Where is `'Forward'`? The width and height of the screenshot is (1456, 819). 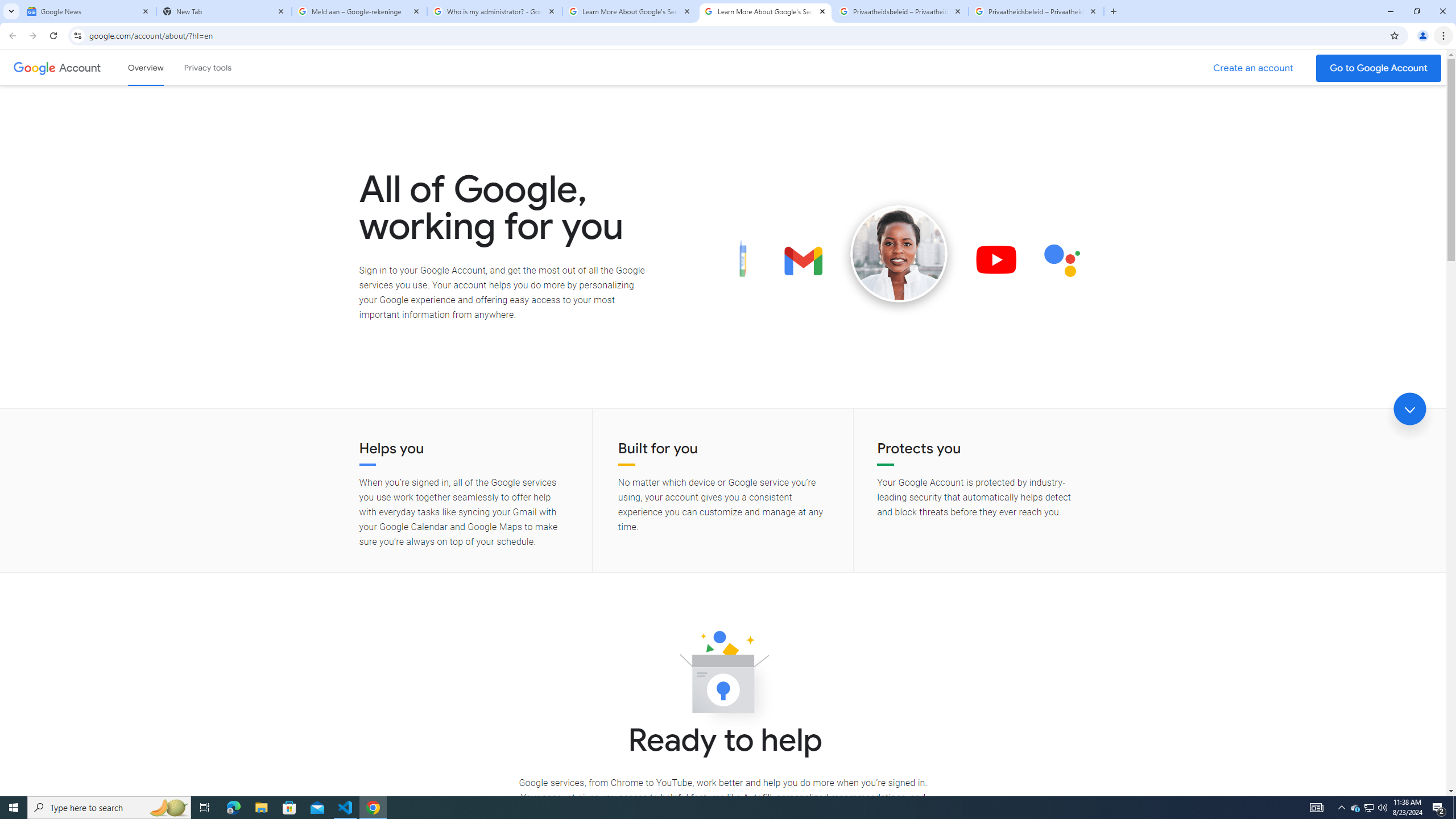
'Forward' is located at coordinates (32, 35).